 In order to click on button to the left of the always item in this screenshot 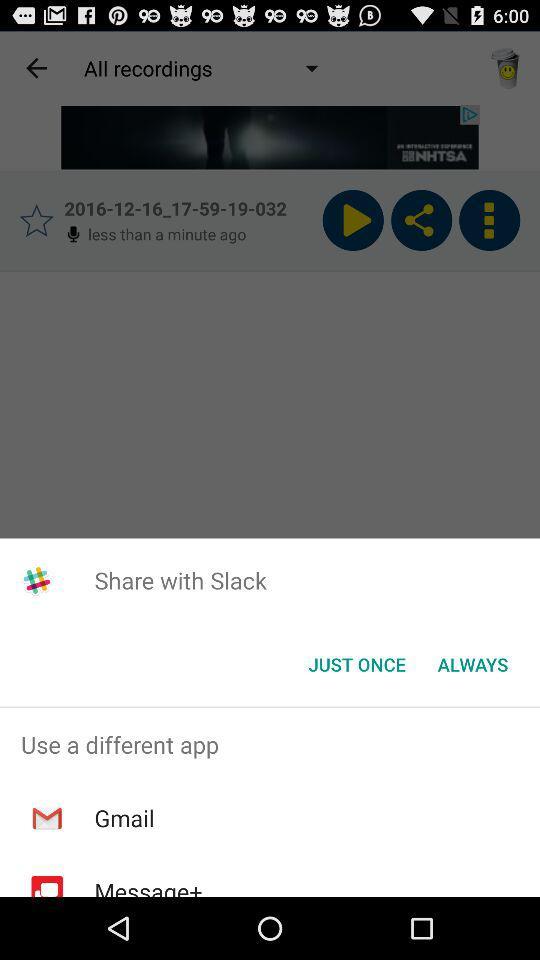, I will do `click(356, 664)`.